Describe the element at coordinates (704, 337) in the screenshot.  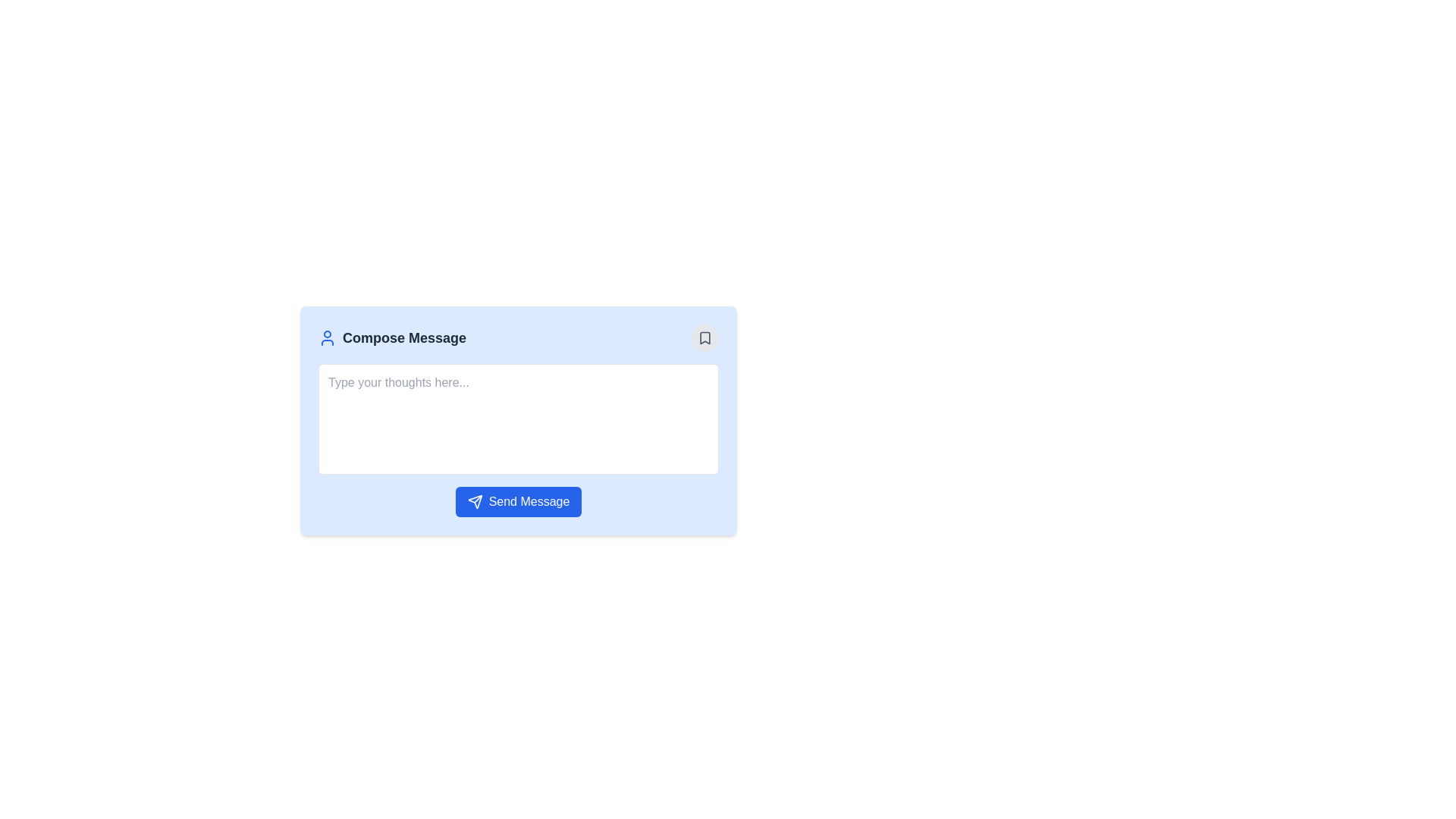
I see `the bookmark icon located at the upper-right corner of the 'Compose Message' card, which is part of a circular button with a subtle hover effect` at that location.